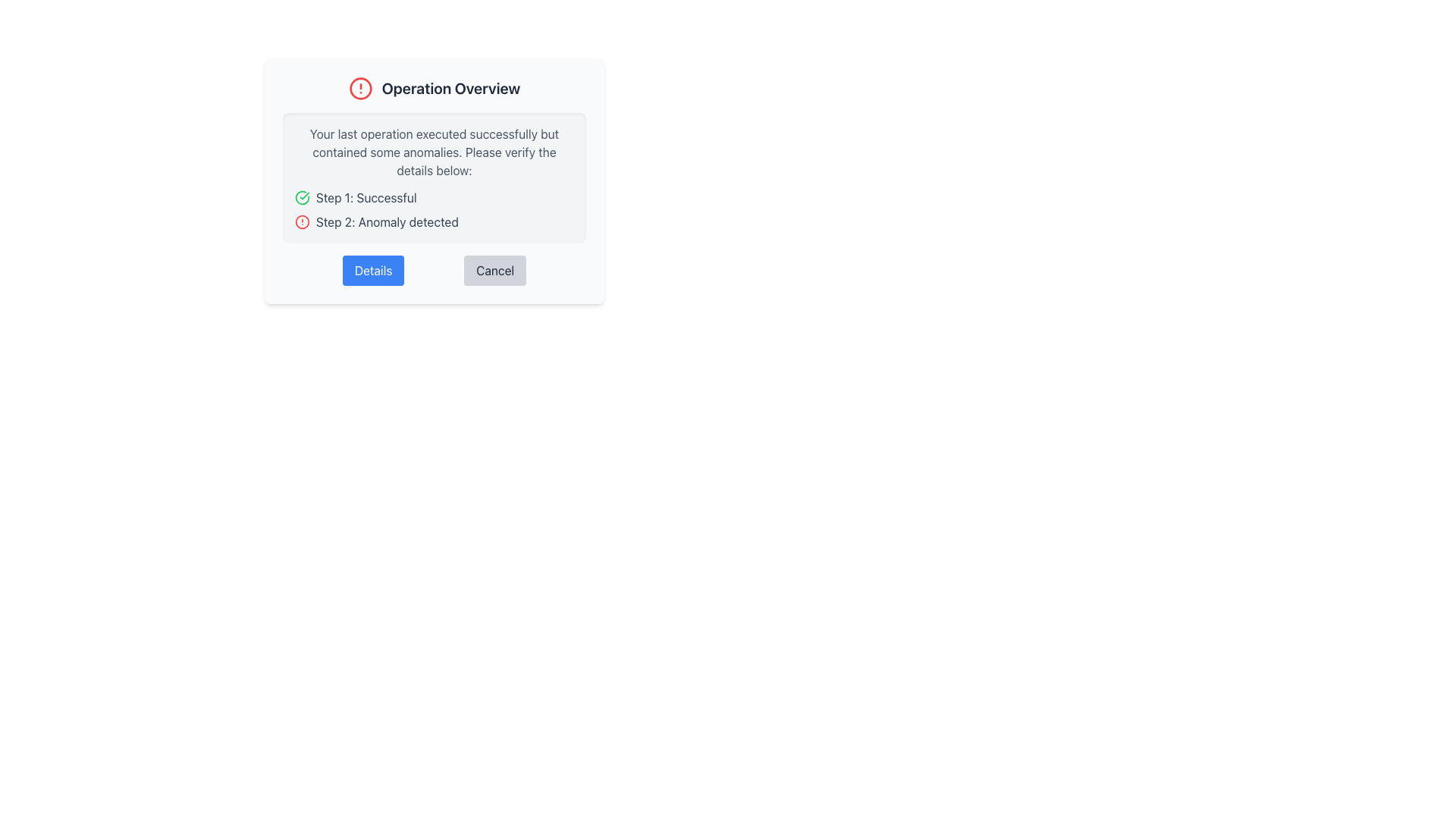  What do you see at coordinates (359, 88) in the screenshot?
I see `the SVG circle graphical element that is part of the warning icon located at the top of the 'Operation Overview' popup` at bounding box center [359, 88].